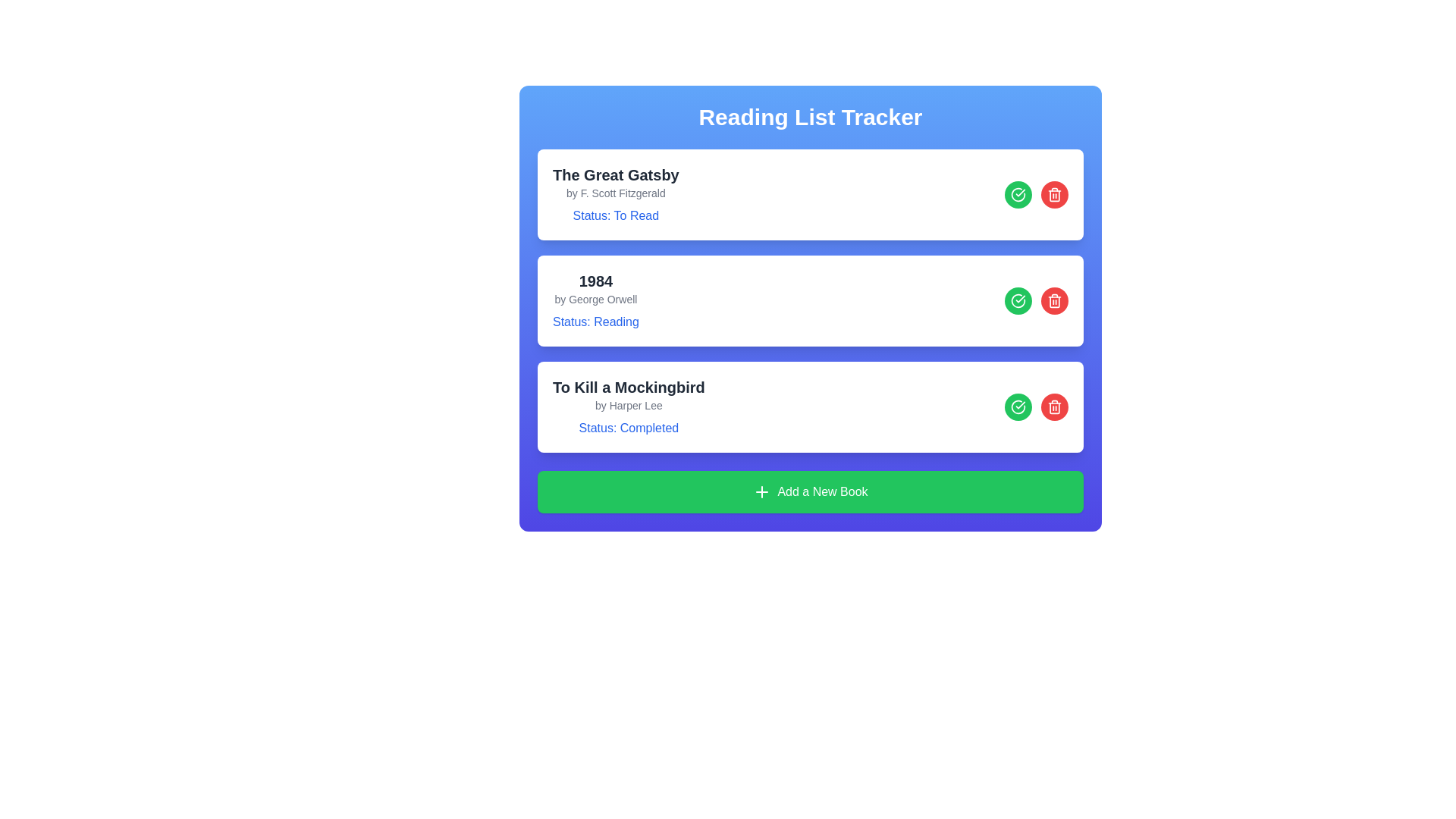 Image resolution: width=1456 pixels, height=819 pixels. Describe the element at coordinates (616, 192) in the screenshot. I see `the non-interactive text element that indicates the author 'F. Scott Fitzgerald', located below the title 'The Great Gatsby' in the reading list` at that location.